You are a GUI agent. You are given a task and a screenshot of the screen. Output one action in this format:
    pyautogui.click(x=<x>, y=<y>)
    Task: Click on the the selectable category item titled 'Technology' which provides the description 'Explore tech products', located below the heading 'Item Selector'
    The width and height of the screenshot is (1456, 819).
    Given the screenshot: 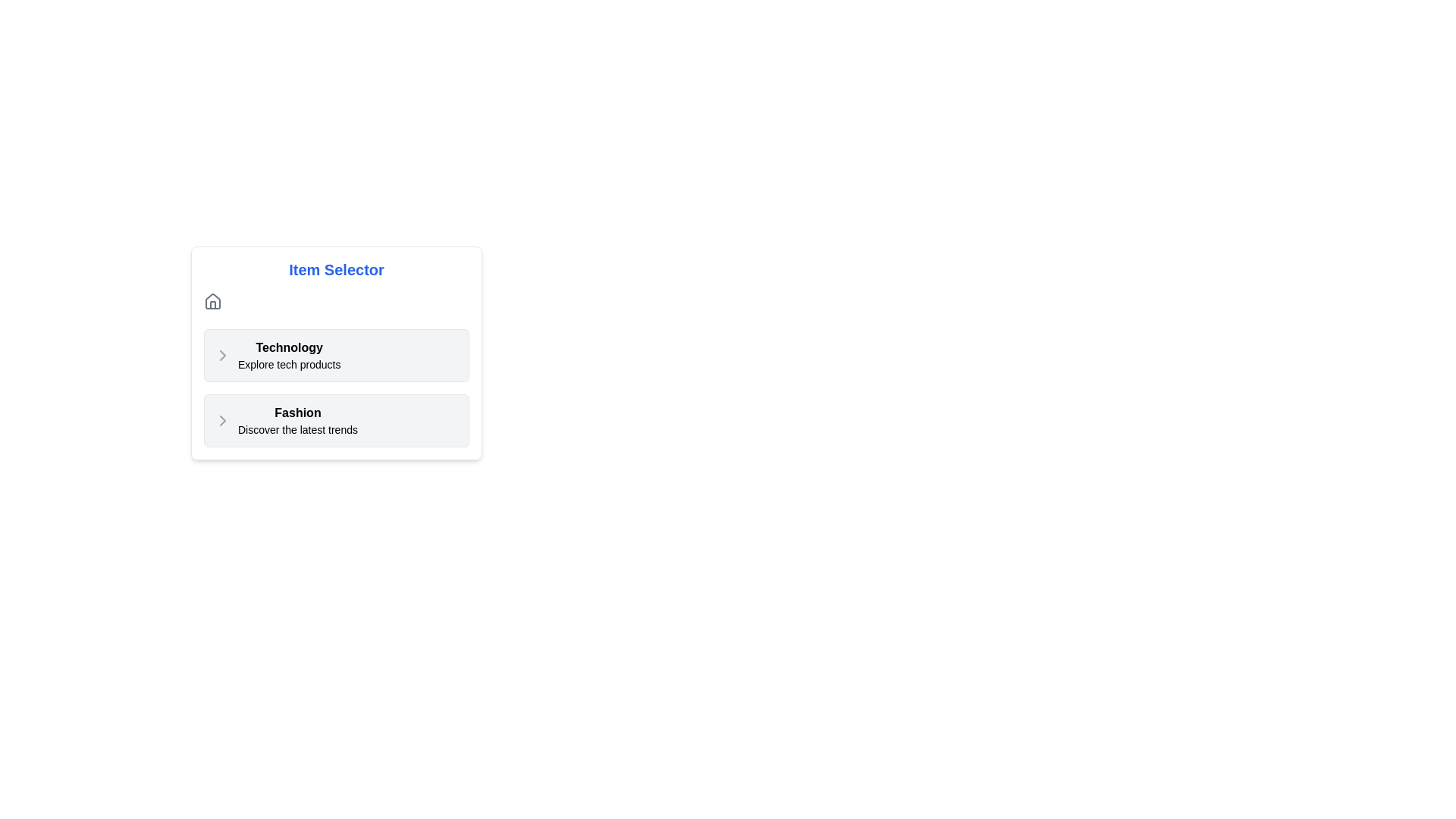 What is the action you would take?
    pyautogui.click(x=289, y=356)
    